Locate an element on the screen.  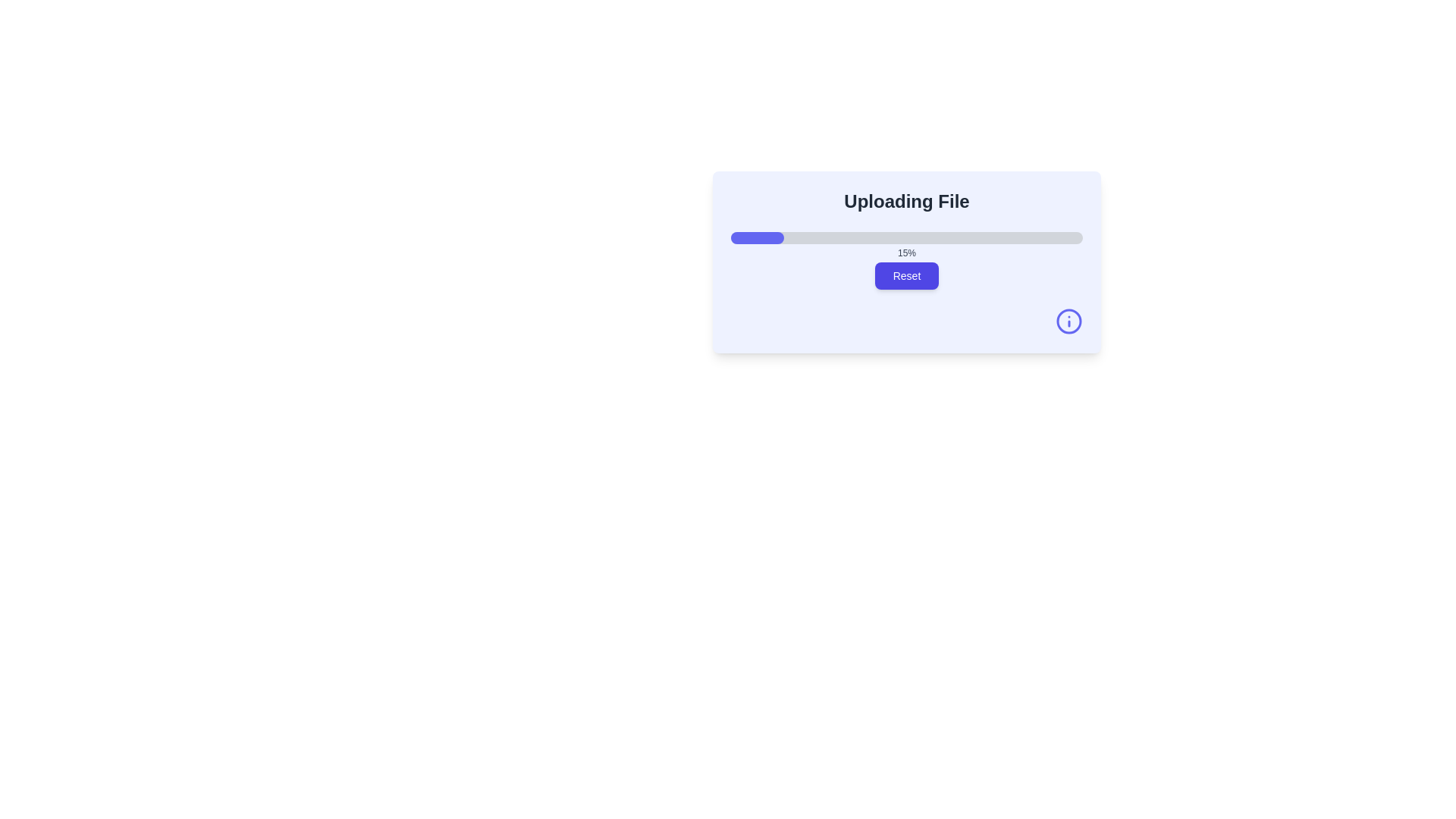
the circular information icon with a blue outline and a centered 'i' symbol located at the bottom-right corner of the card layout is located at coordinates (1068, 321).